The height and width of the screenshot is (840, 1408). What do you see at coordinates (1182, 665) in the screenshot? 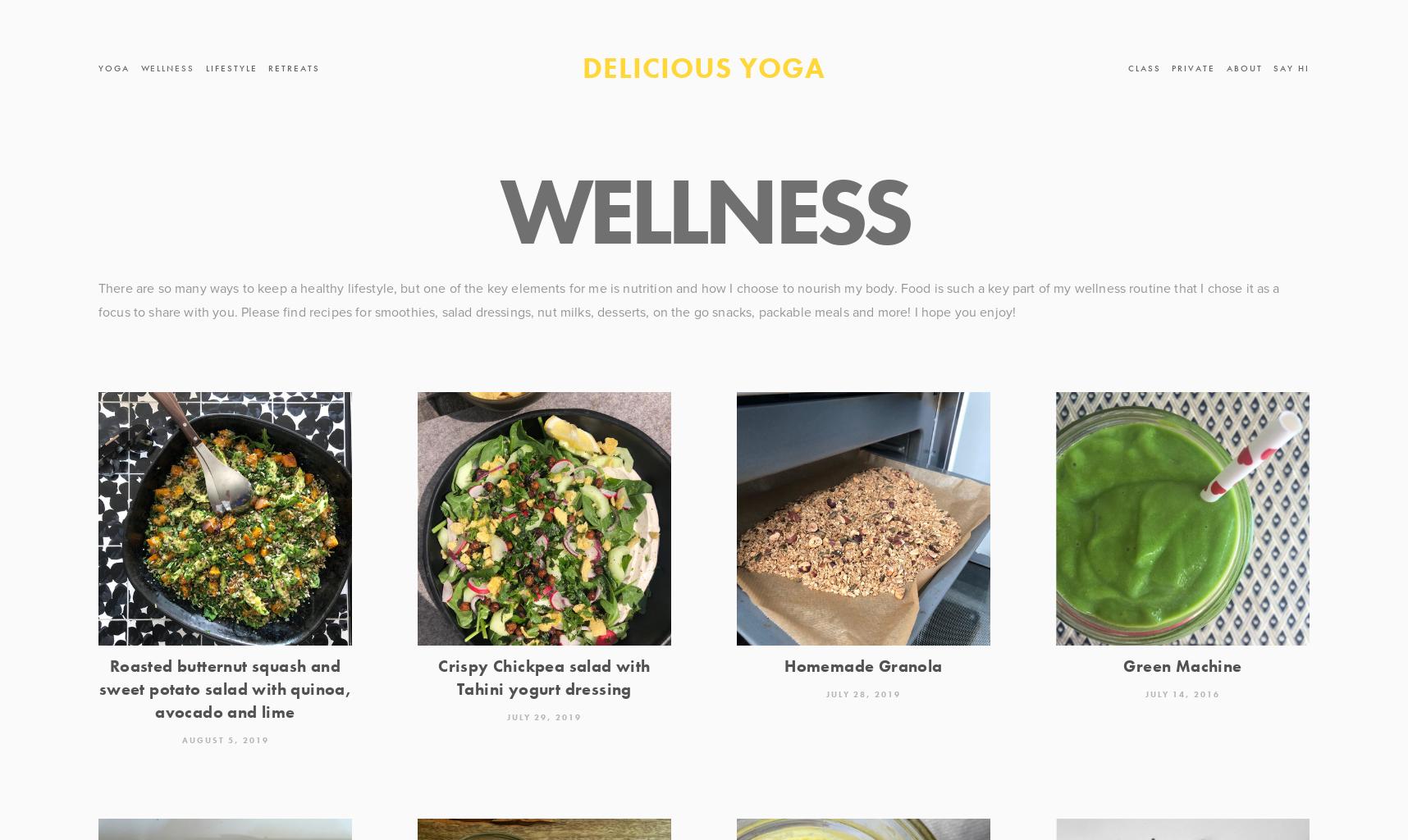
I see `'Green Machine'` at bounding box center [1182, 665].